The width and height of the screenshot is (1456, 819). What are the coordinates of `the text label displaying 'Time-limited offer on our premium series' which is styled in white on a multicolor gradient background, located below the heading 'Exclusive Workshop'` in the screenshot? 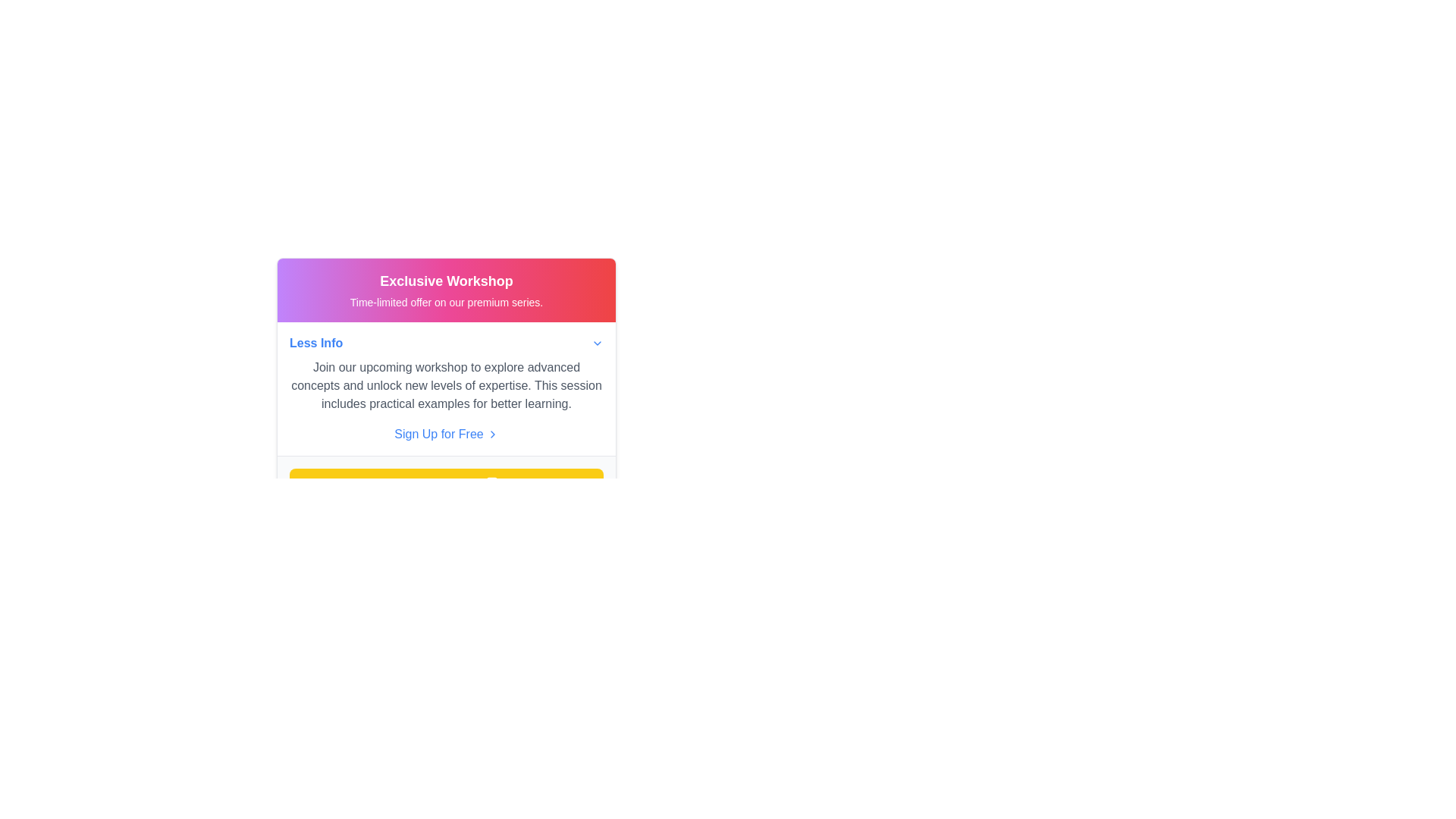 It's located at (446, 302).